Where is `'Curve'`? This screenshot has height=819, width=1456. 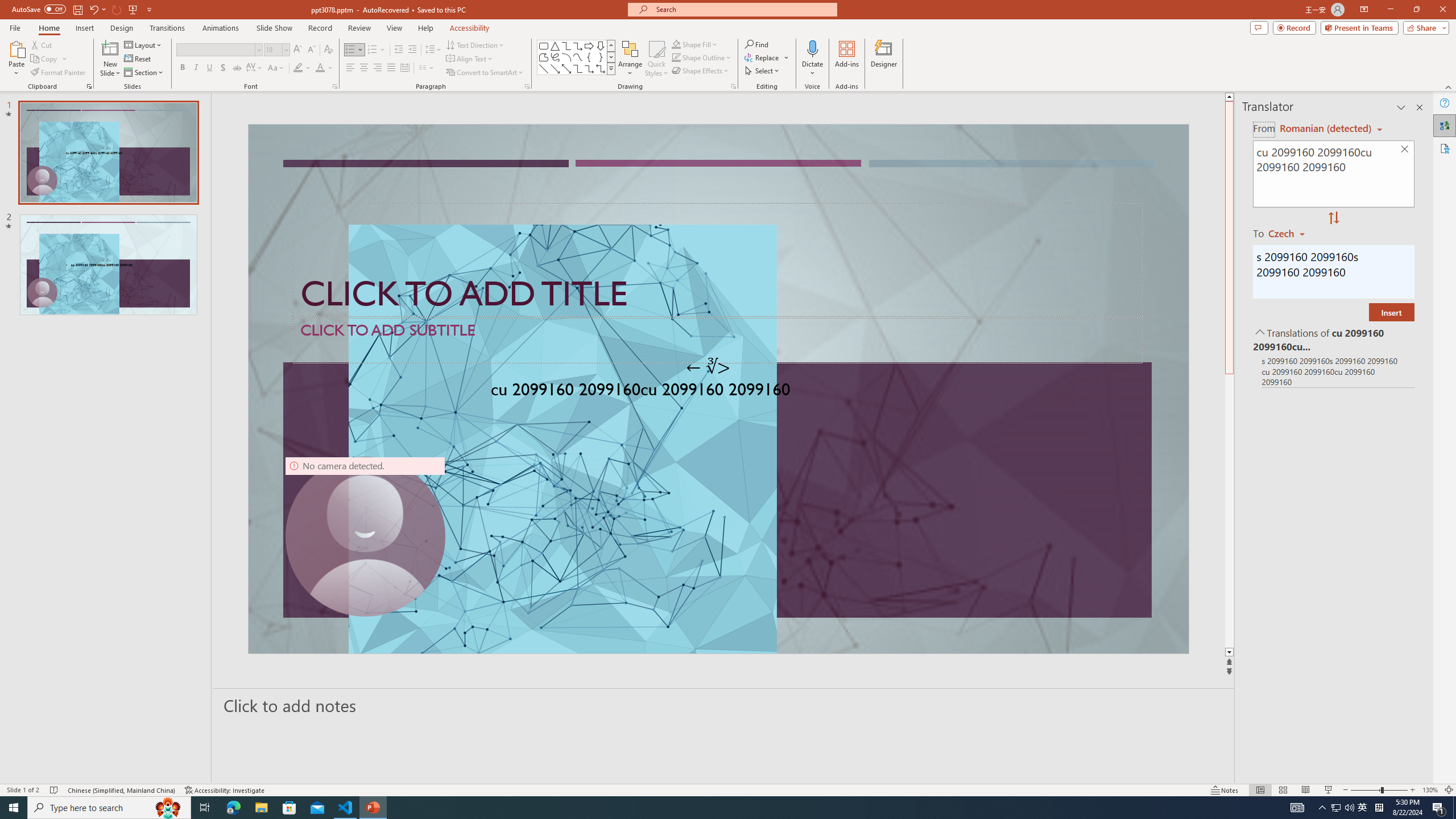 'Curve' is located at coordinates (577, 56).